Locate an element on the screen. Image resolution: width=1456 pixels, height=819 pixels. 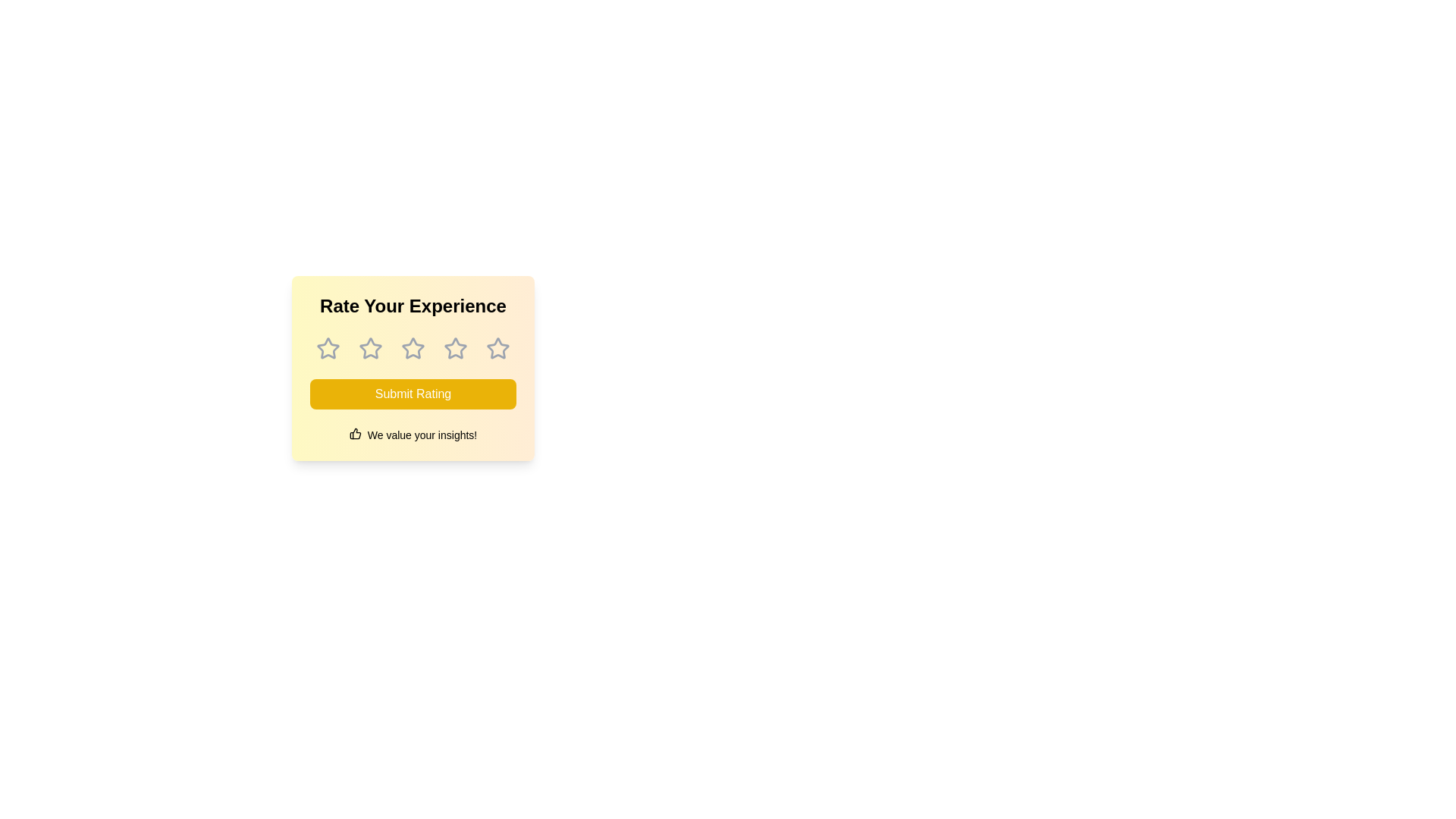
the bright yellow 'Submit Rating' button with rounded corners is located at coordinates (413, 394).